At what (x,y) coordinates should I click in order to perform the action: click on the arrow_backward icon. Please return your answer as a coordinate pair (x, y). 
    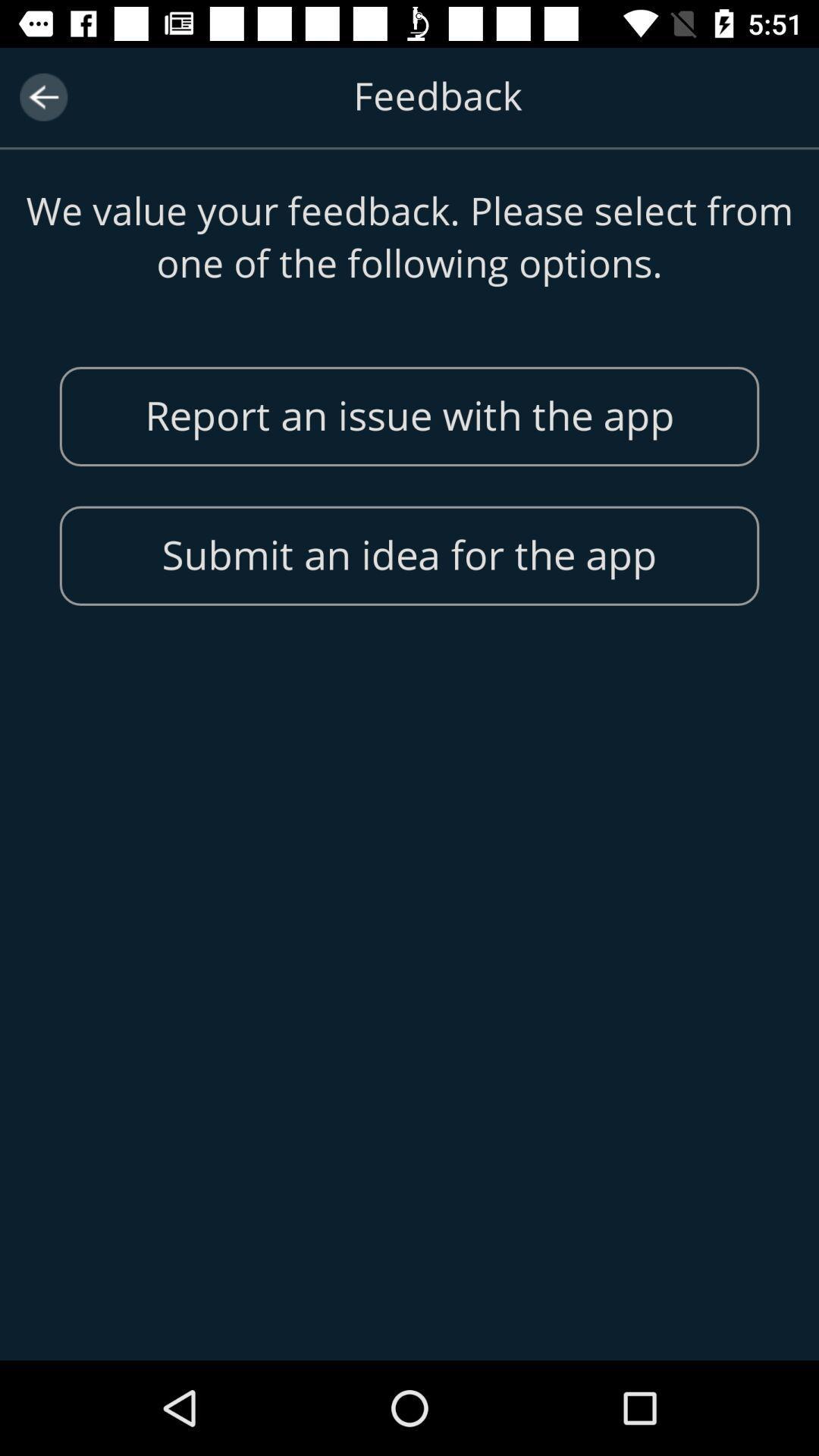
    Looking at the image, I should click on (42, 96).